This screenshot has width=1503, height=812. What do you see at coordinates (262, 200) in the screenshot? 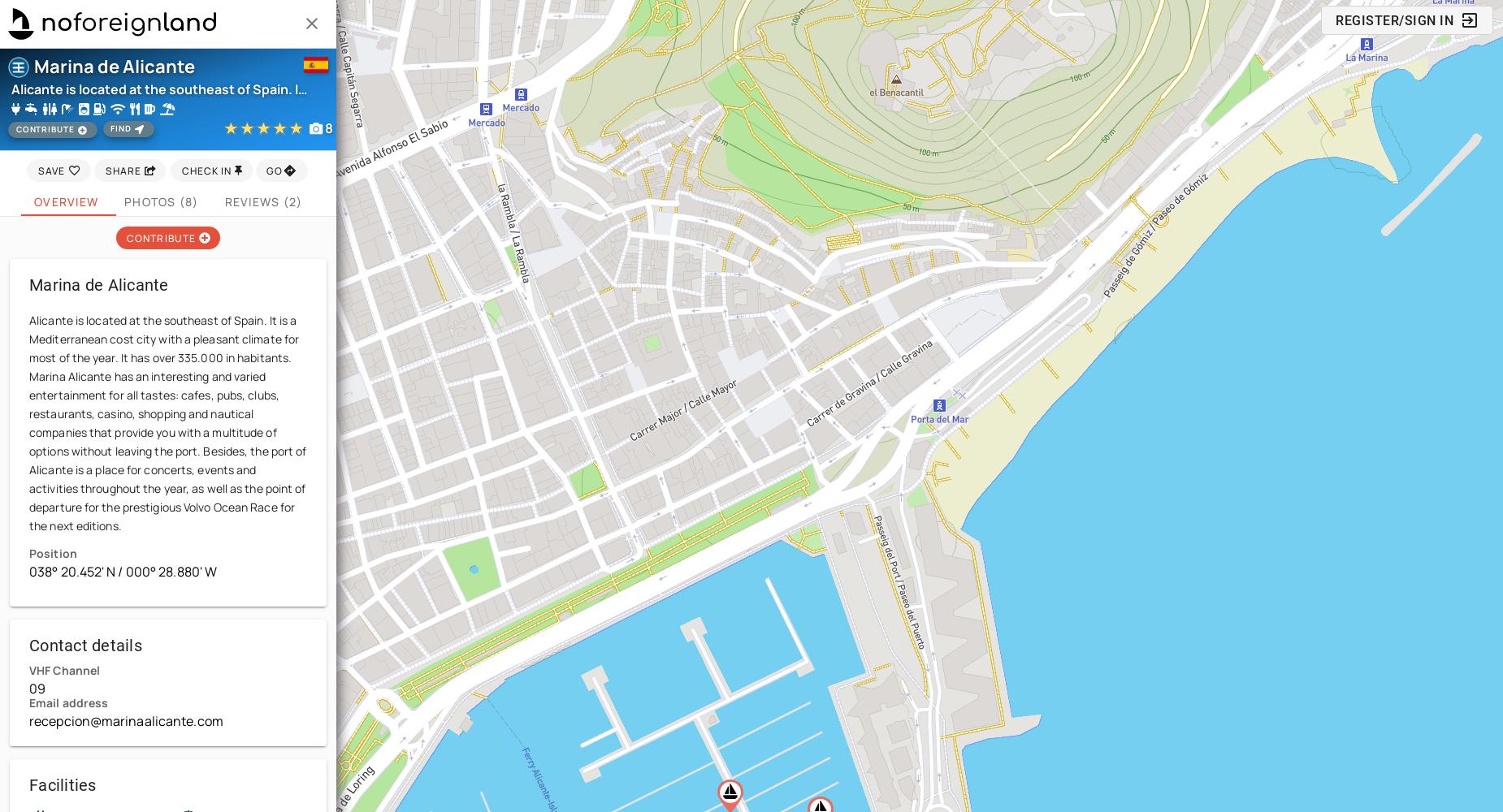
I see `'Reviews (2)'` at bounding box center [262, 200].